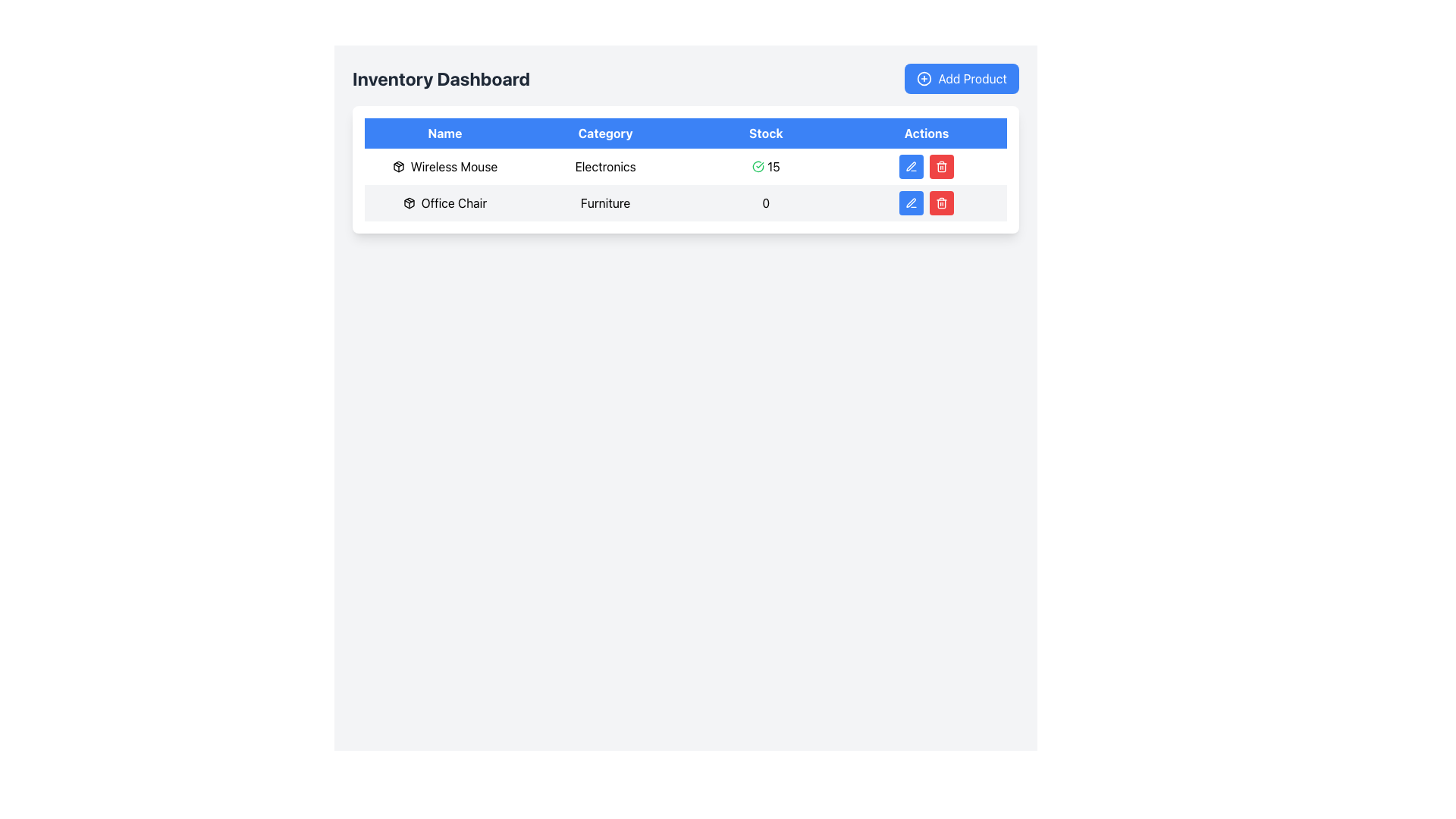 The width and height of the screenshot is (1456, 819). What do you see at coordinates (910, 202) in the screenshot?
I see `the pen icon within the 'Actions' cell of the second row in the table` at bounding box center [910, 202].